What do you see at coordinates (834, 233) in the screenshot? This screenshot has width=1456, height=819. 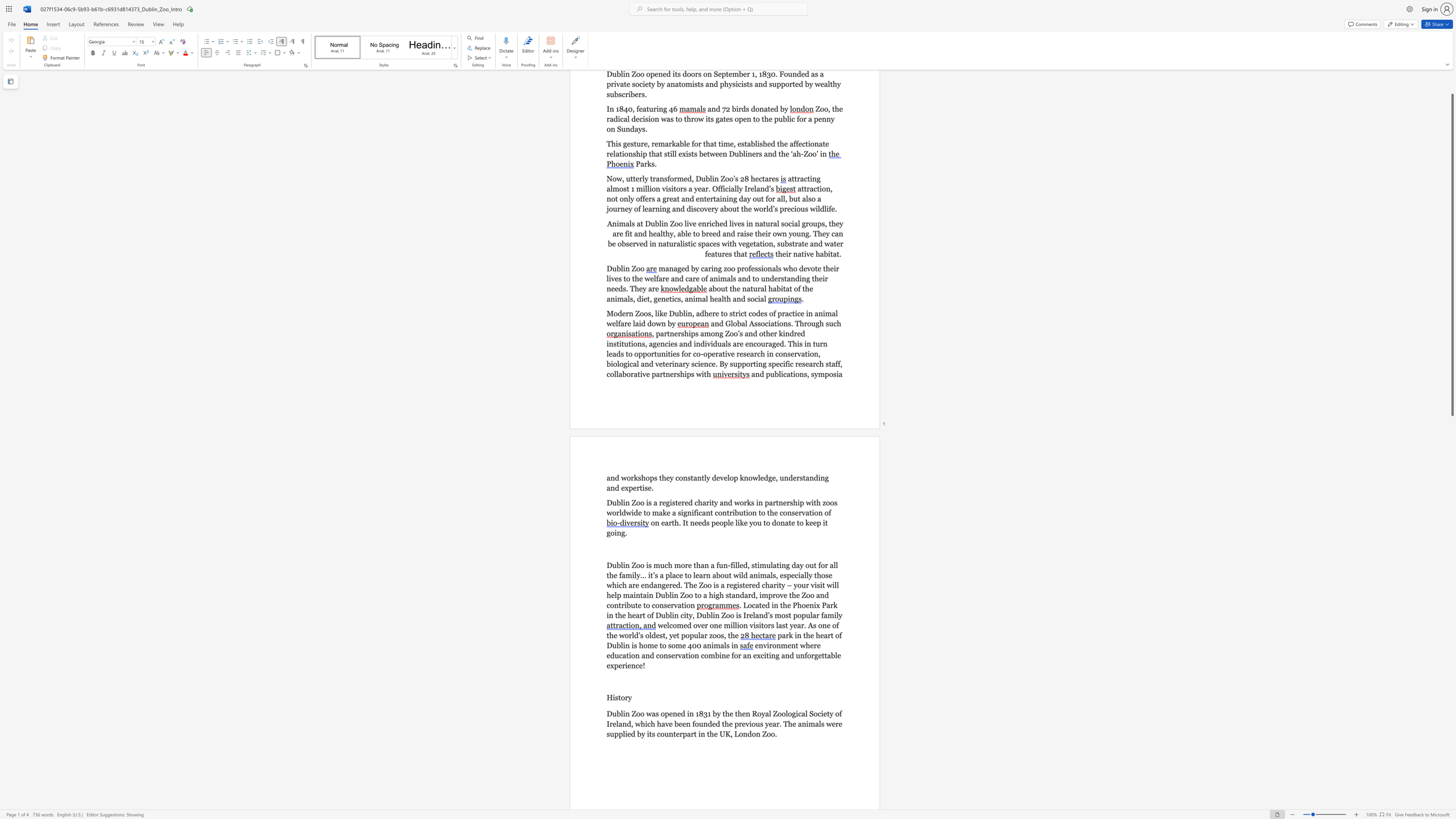 I see `the subset text "an" within the text "Animals at Dublin Zoo live enriched lives in natural social groups, they are fit and healthy, able to breed and raise their own young. They can be"` at bounding box center [834, 233].